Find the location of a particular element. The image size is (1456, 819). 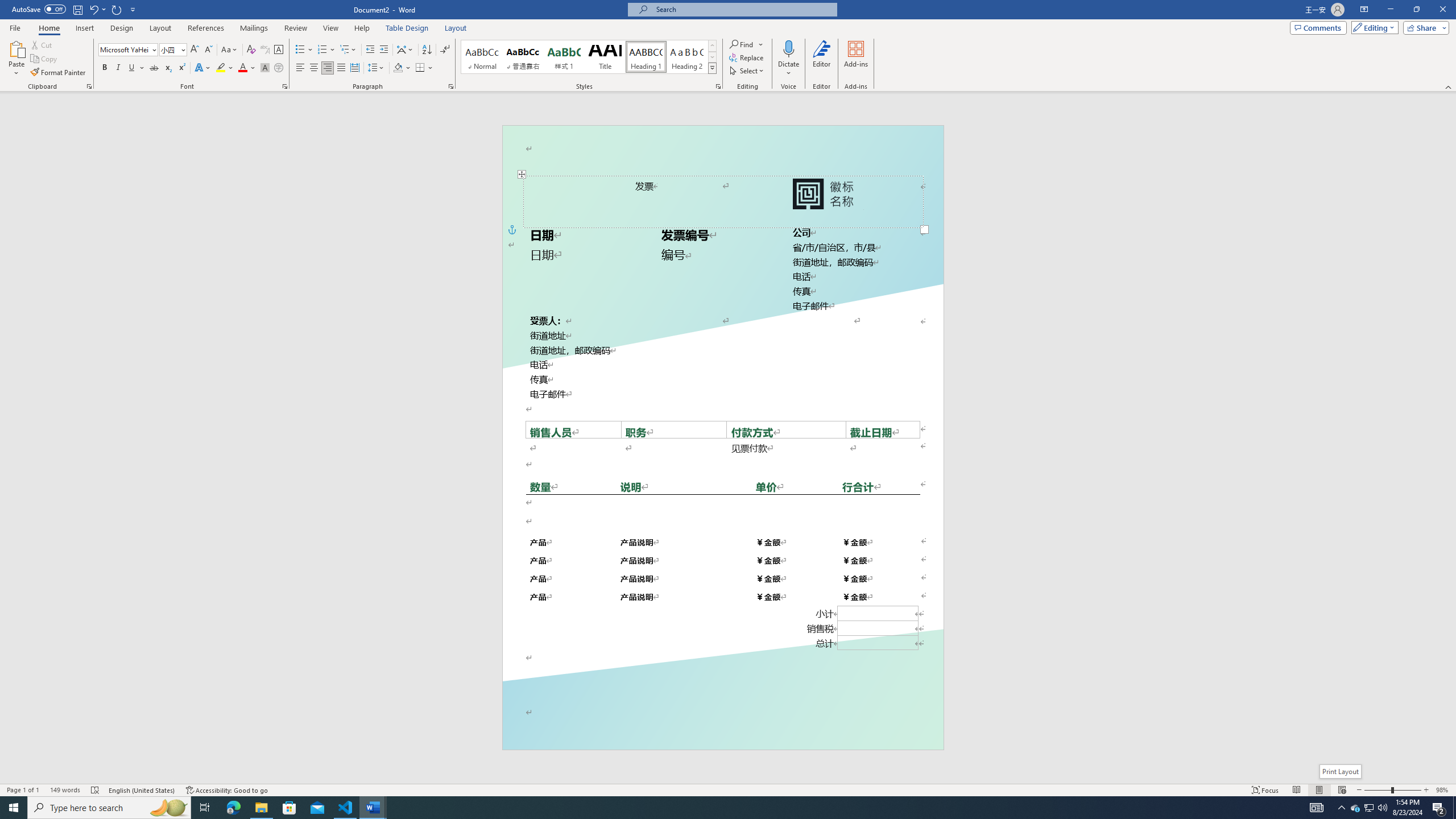

'Accessibility Checker Accessibility: Good to go' is located at coordinates (227, 790).